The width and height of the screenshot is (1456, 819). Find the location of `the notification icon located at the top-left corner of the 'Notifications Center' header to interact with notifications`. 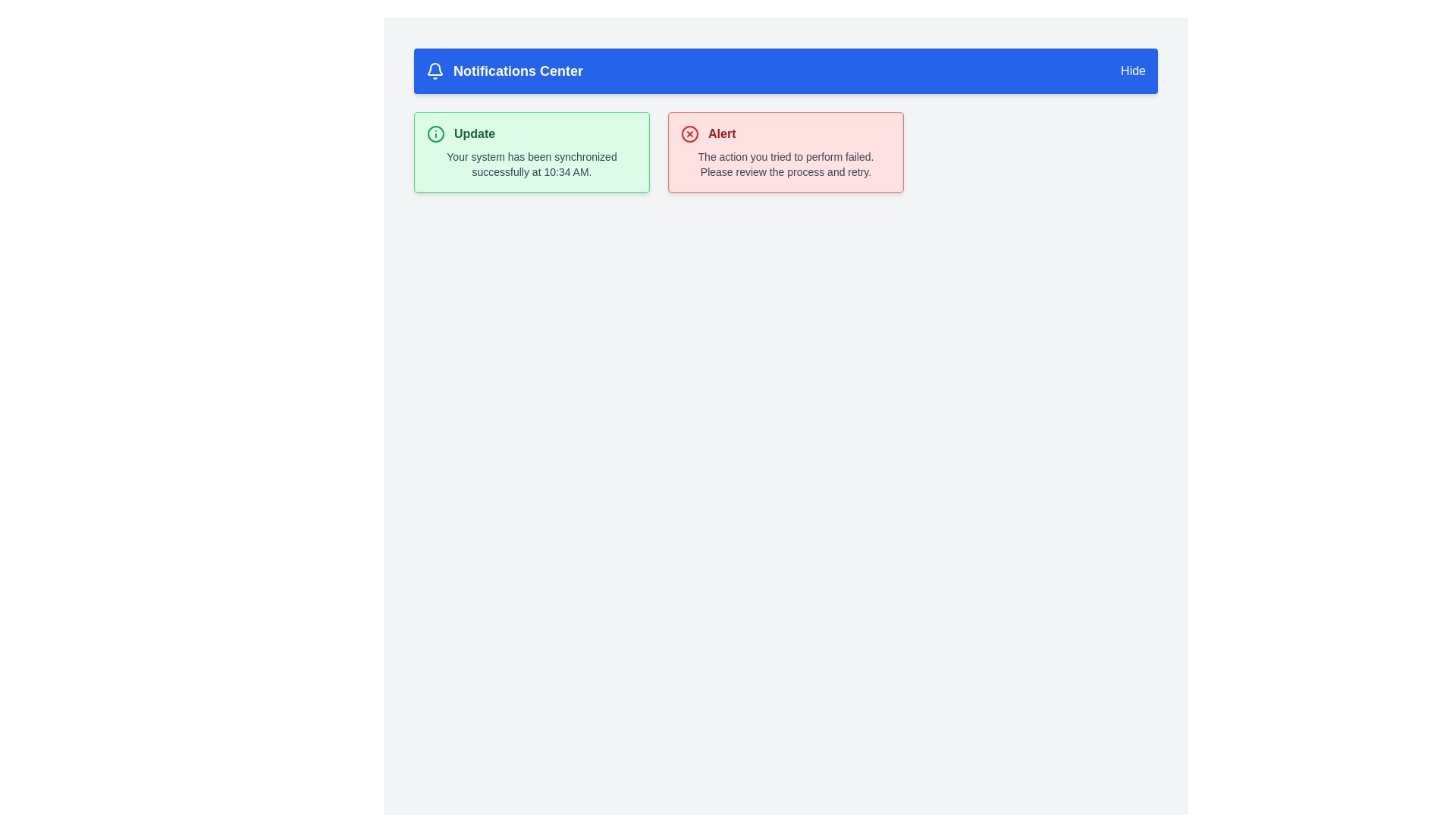

the notification icon located at the top-left corner of the 'Notifications Center' header to interact with notifications is located at coordinates (435, 71).